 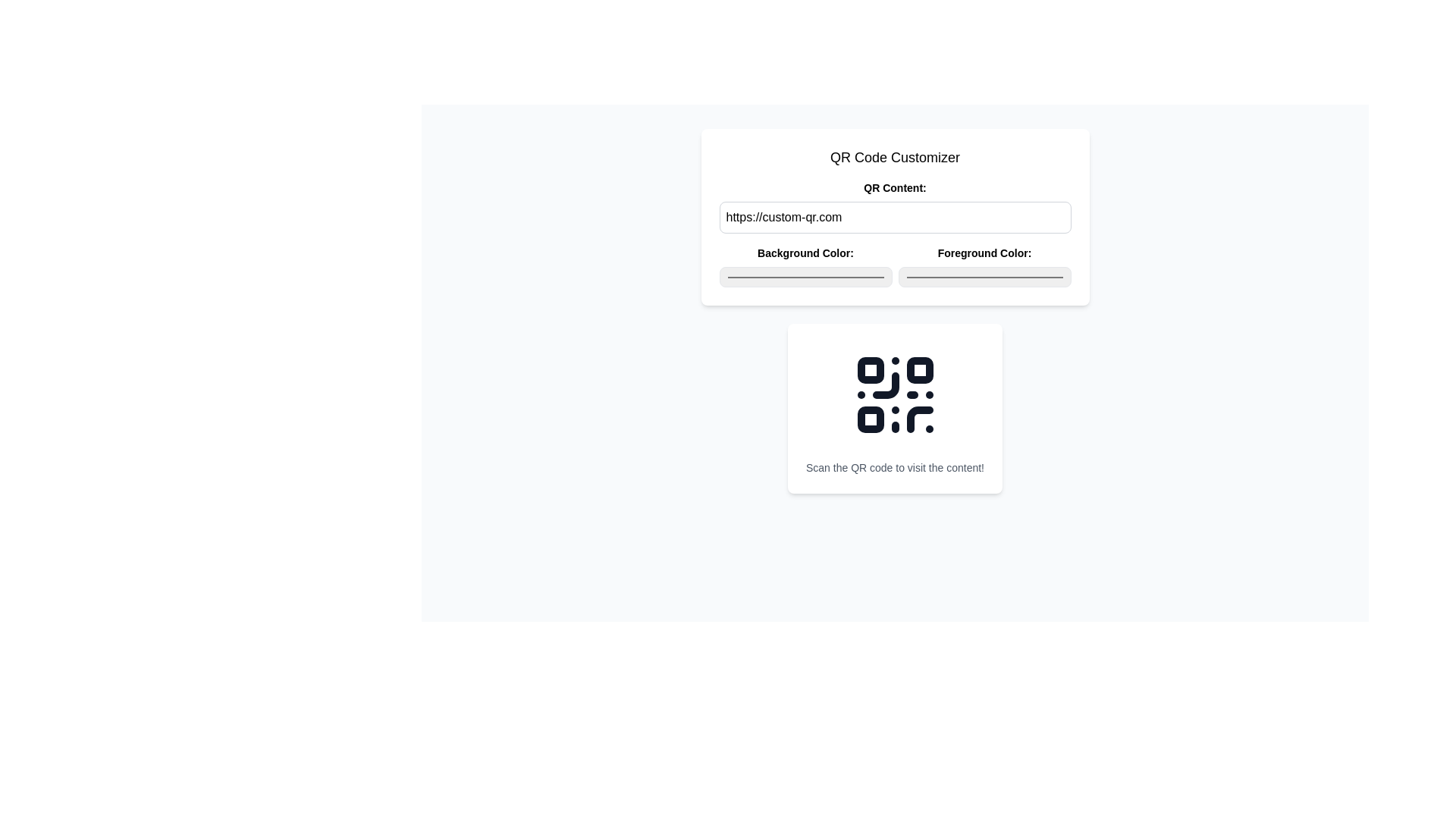 I want to click on the foreground color value by sliding, so click(x=974, y=277).